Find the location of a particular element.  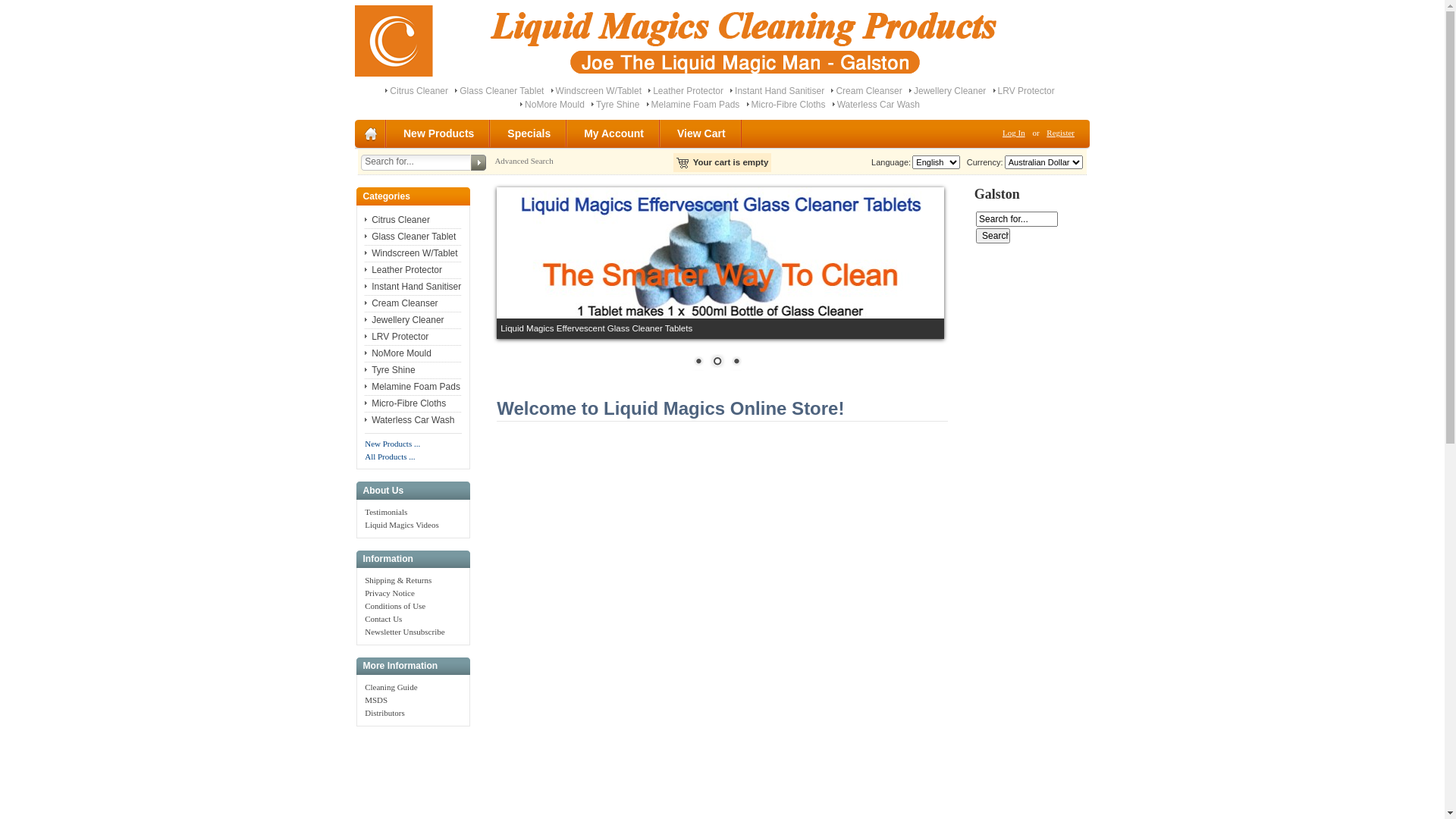

'NoMore Mould' is located at coordinates (397, 353).